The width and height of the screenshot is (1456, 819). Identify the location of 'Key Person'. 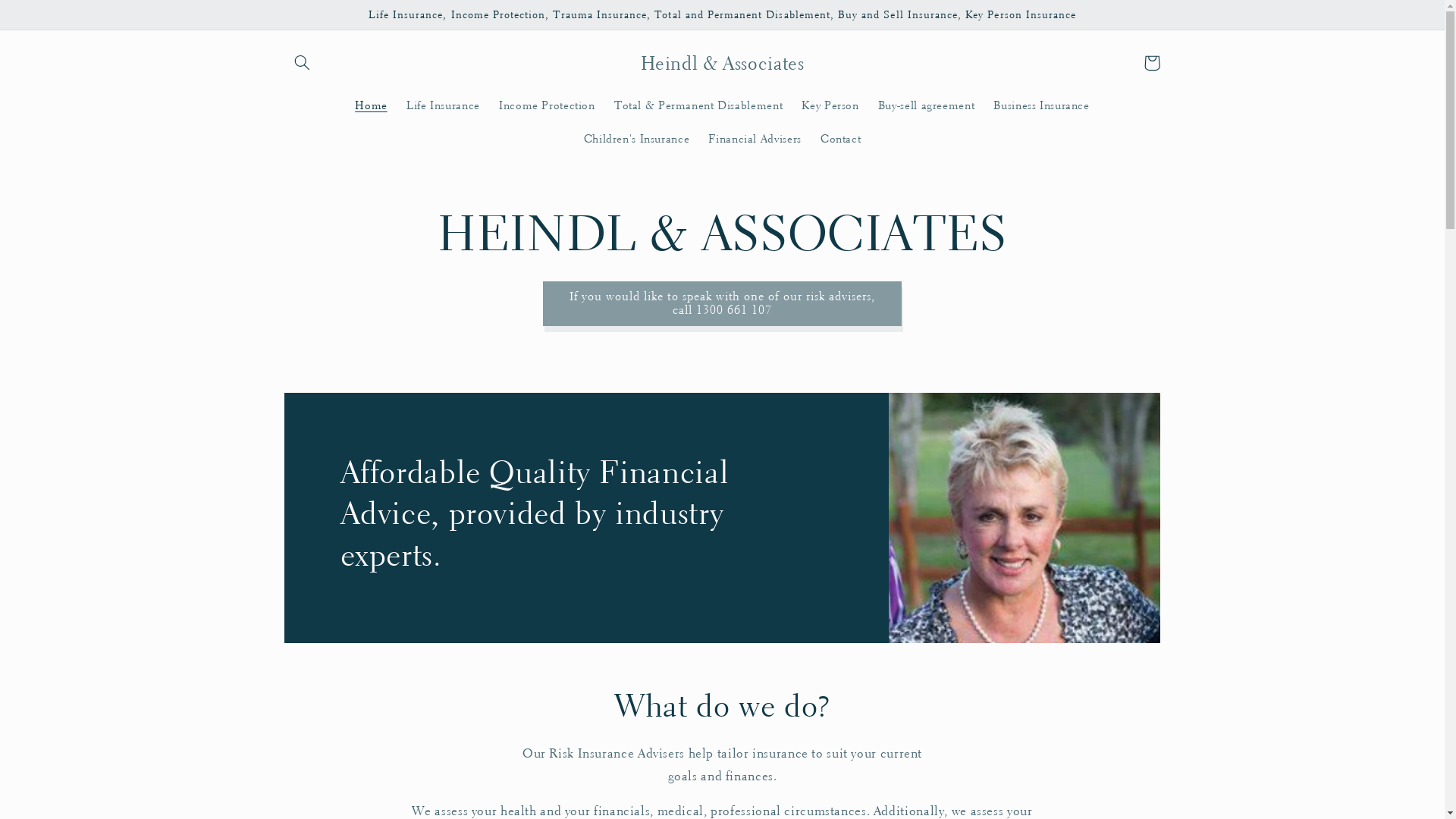
(792, 104).